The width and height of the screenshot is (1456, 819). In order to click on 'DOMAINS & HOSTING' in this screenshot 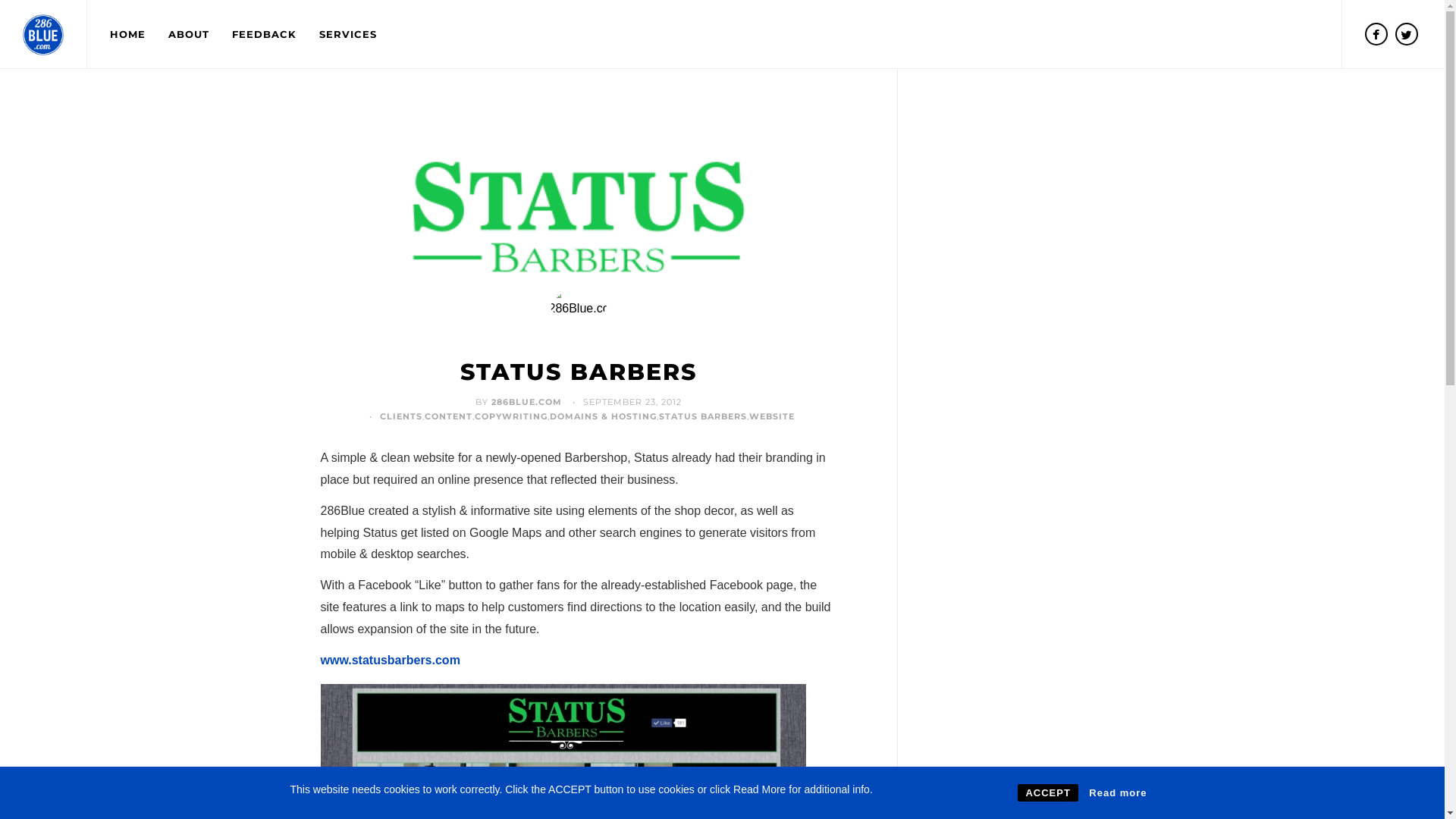, I will do `click(602, 416)`.